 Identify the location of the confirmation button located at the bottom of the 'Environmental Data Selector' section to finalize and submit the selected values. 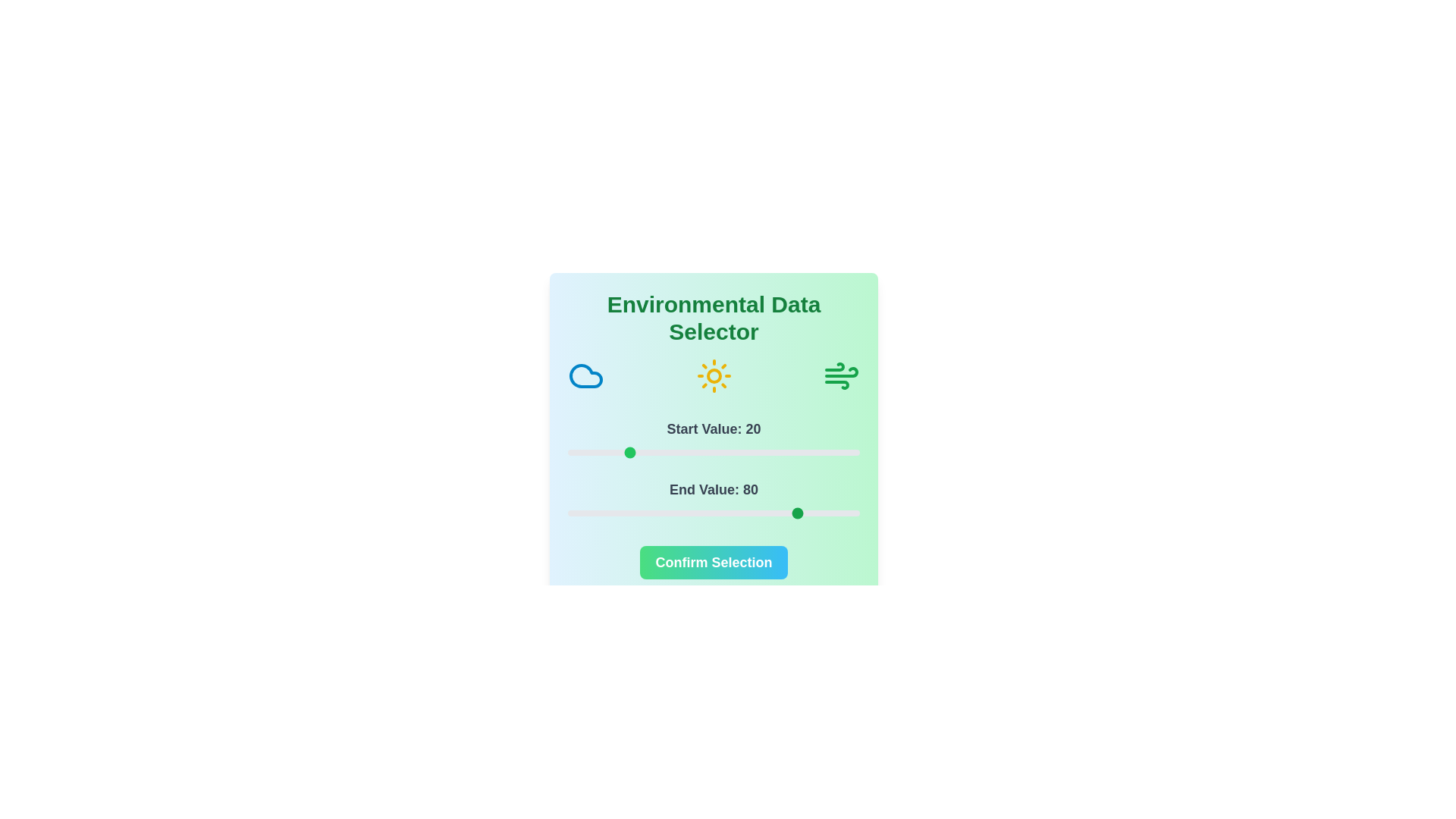
(713, 562).